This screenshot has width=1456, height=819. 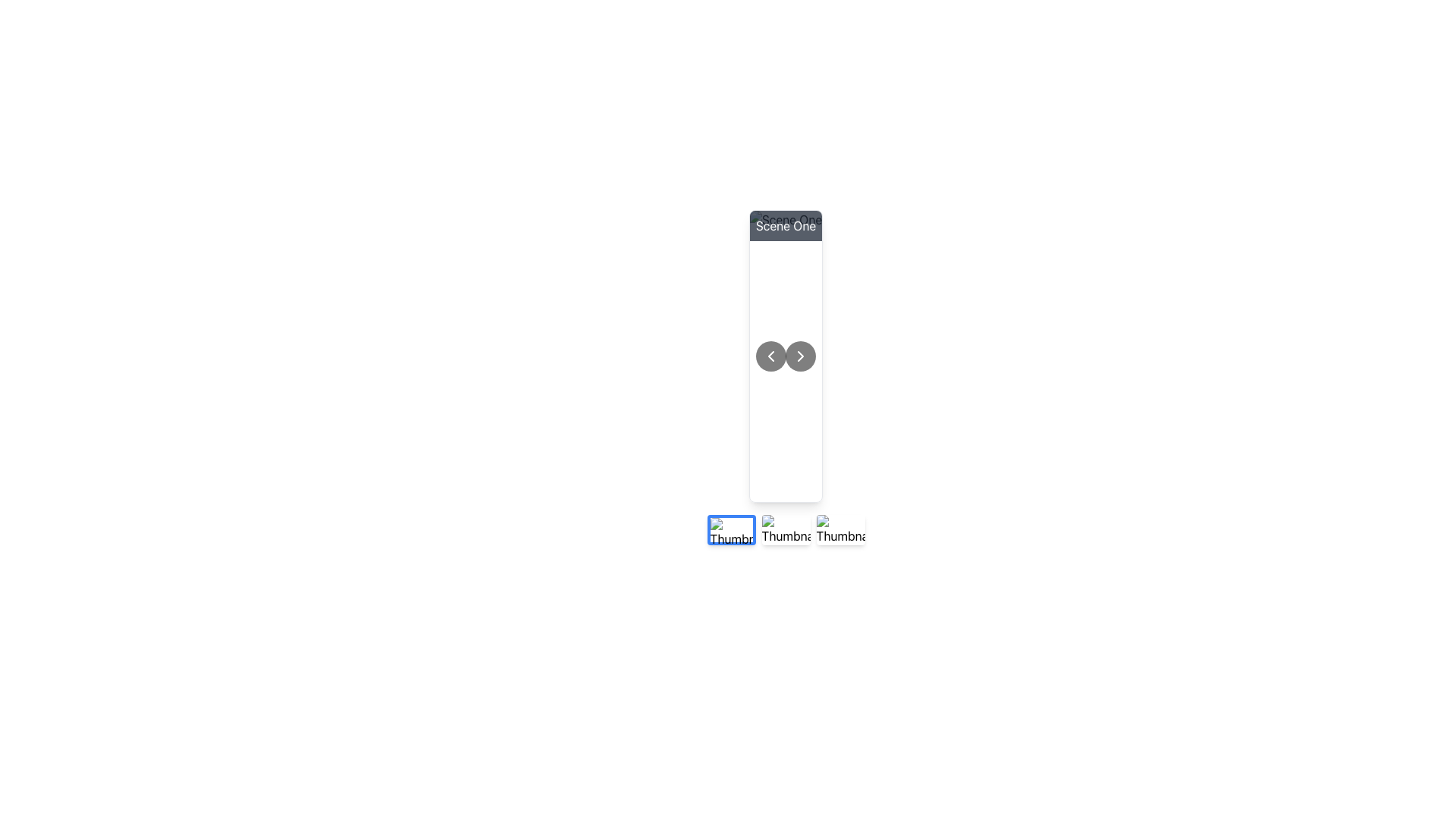 What do you see at coordinates (786, 529) in the screenshot?
I see `the second thumbnail image, which is centrally located between the first thumbnail with a blue border on the left and the third thumbnail on the right` at bounding box center [786, 529].